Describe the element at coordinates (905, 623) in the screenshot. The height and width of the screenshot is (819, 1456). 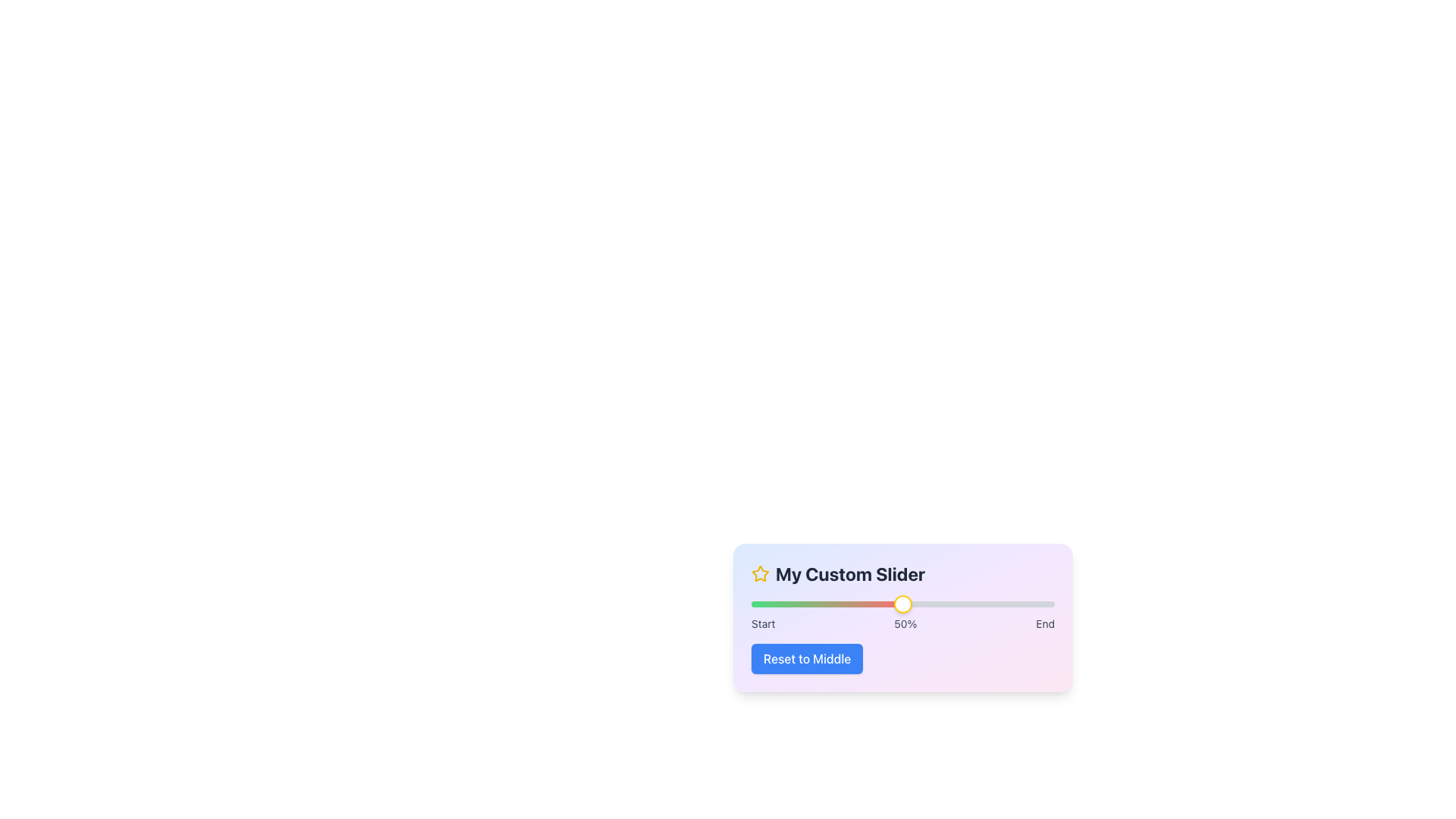
I see `the static text label displaying '50%' which is centrally located between the 'Start' and 'End' labels near the slider interface` at that location.